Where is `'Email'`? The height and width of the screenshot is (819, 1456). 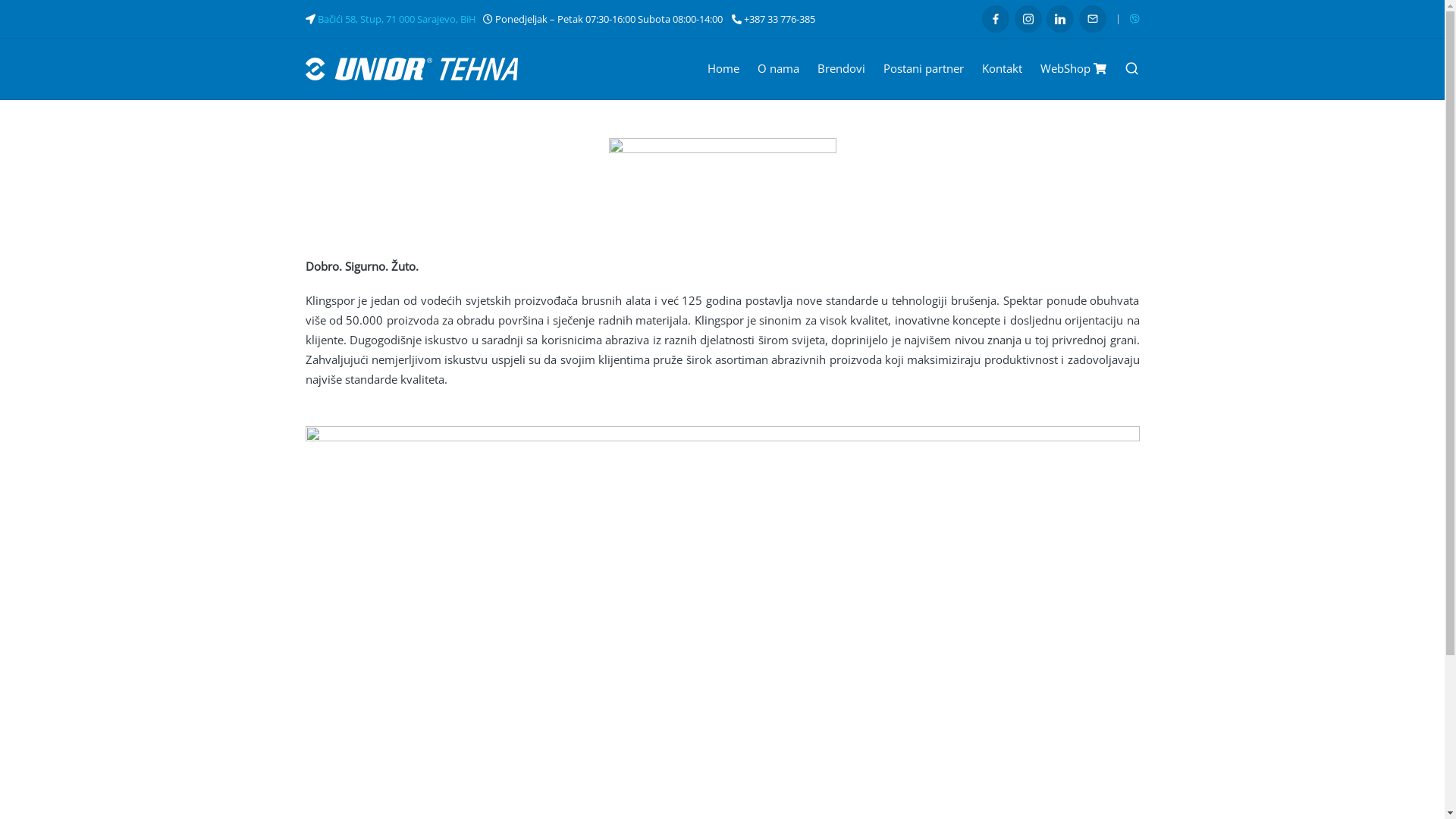
'Email' is located at coordinates (1092, 18).